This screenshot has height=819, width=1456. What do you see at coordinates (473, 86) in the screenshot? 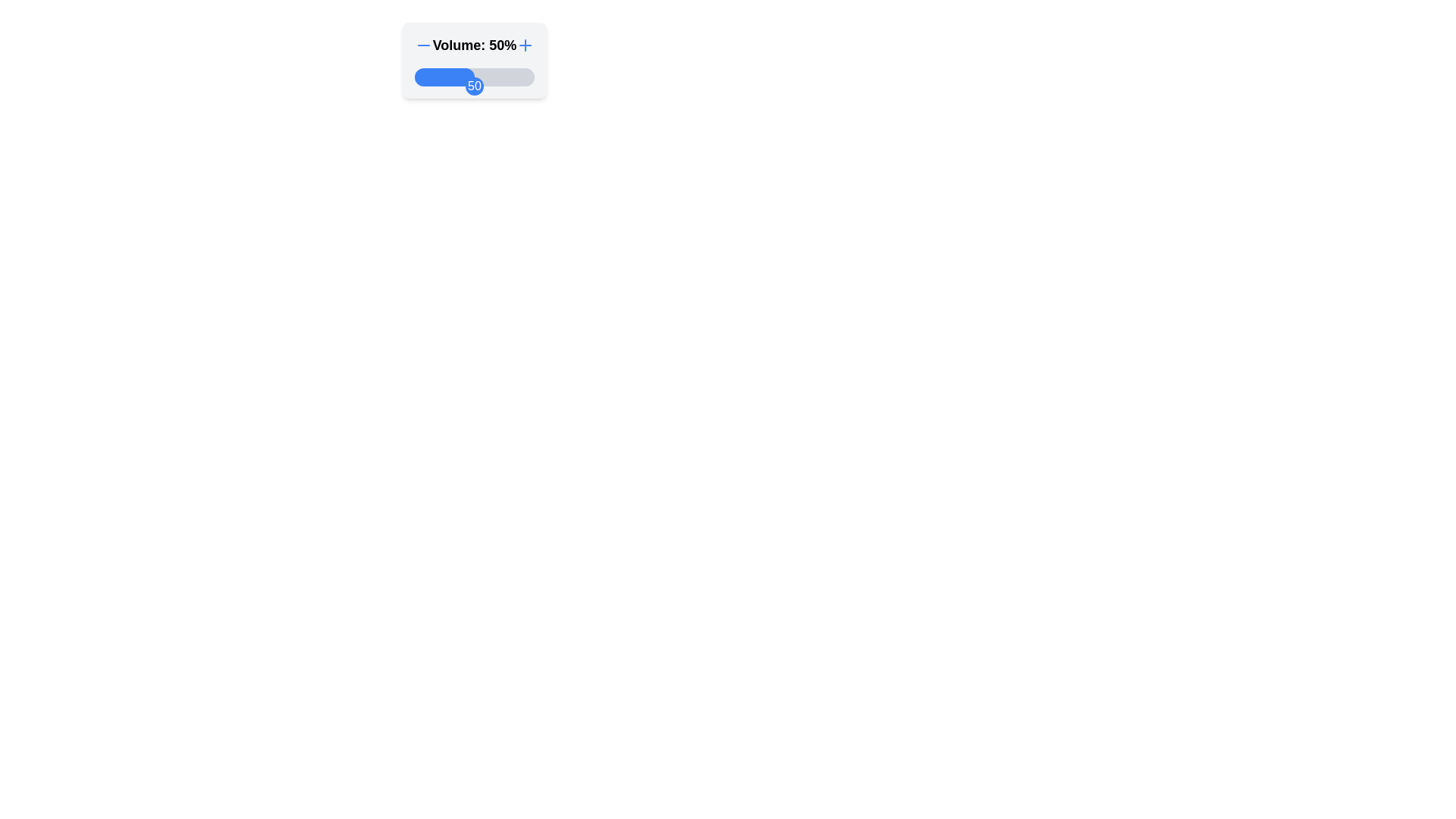
I see `the progress indicator located at the middle-right side of the progress bar, which visually aligns with the 50% mark` at bounding box center [473, 86].